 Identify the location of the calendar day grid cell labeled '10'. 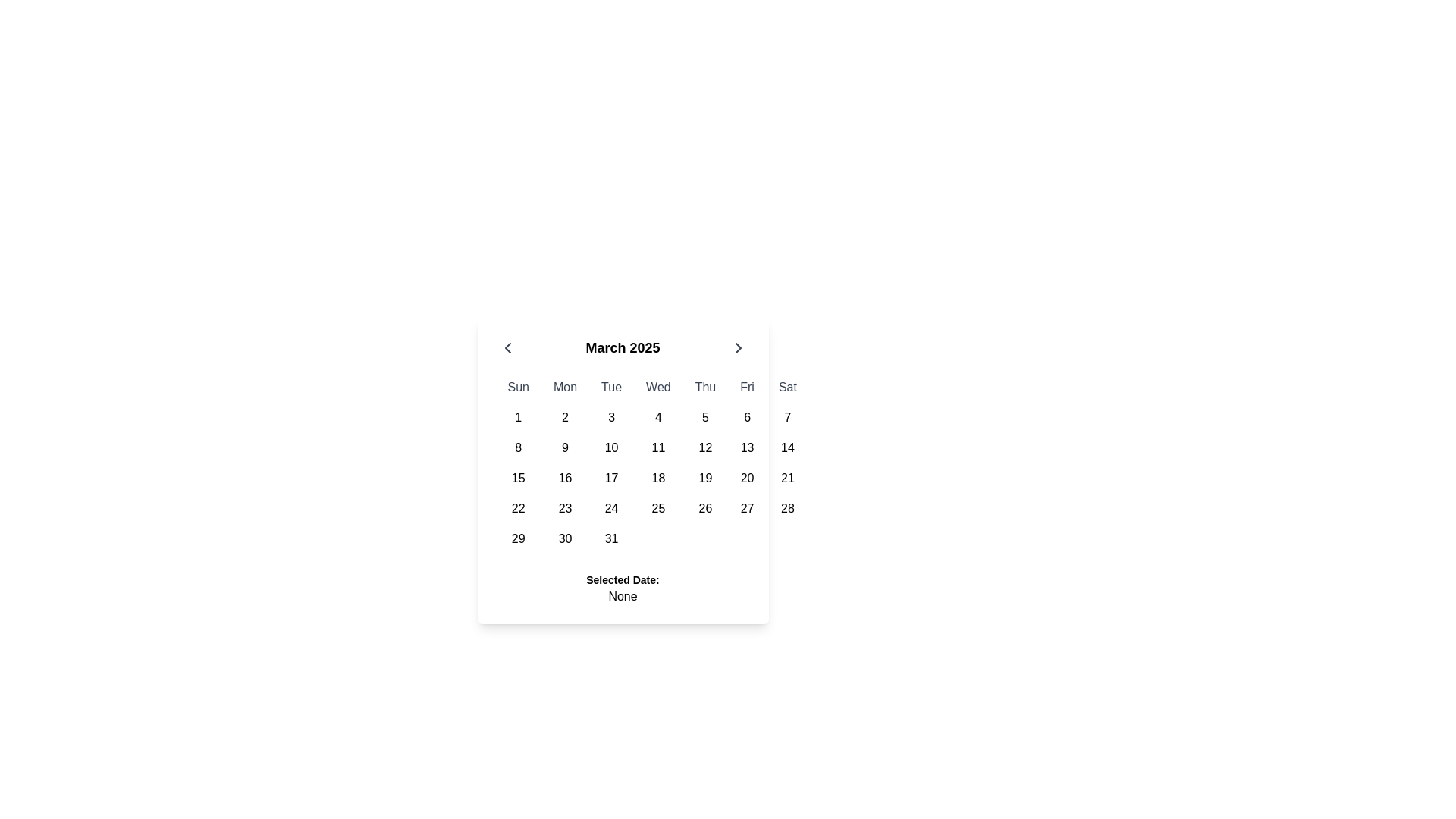
(611, 447).